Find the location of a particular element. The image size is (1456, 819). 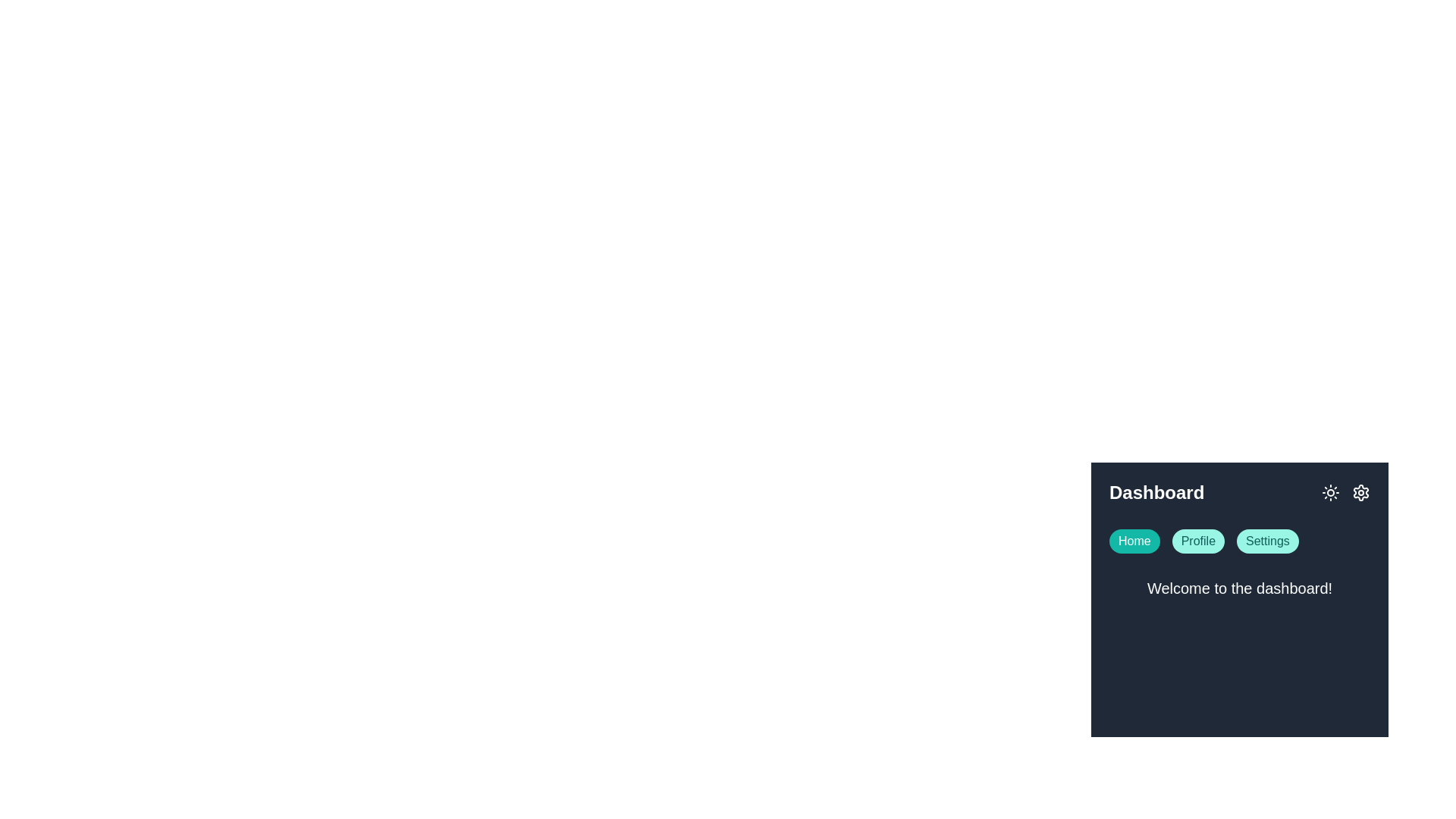

the 'Home' button with a teal background and white text, located at the top-right corner of the window under the 'Dashboard' heading is located at coordinates (1134, 540).